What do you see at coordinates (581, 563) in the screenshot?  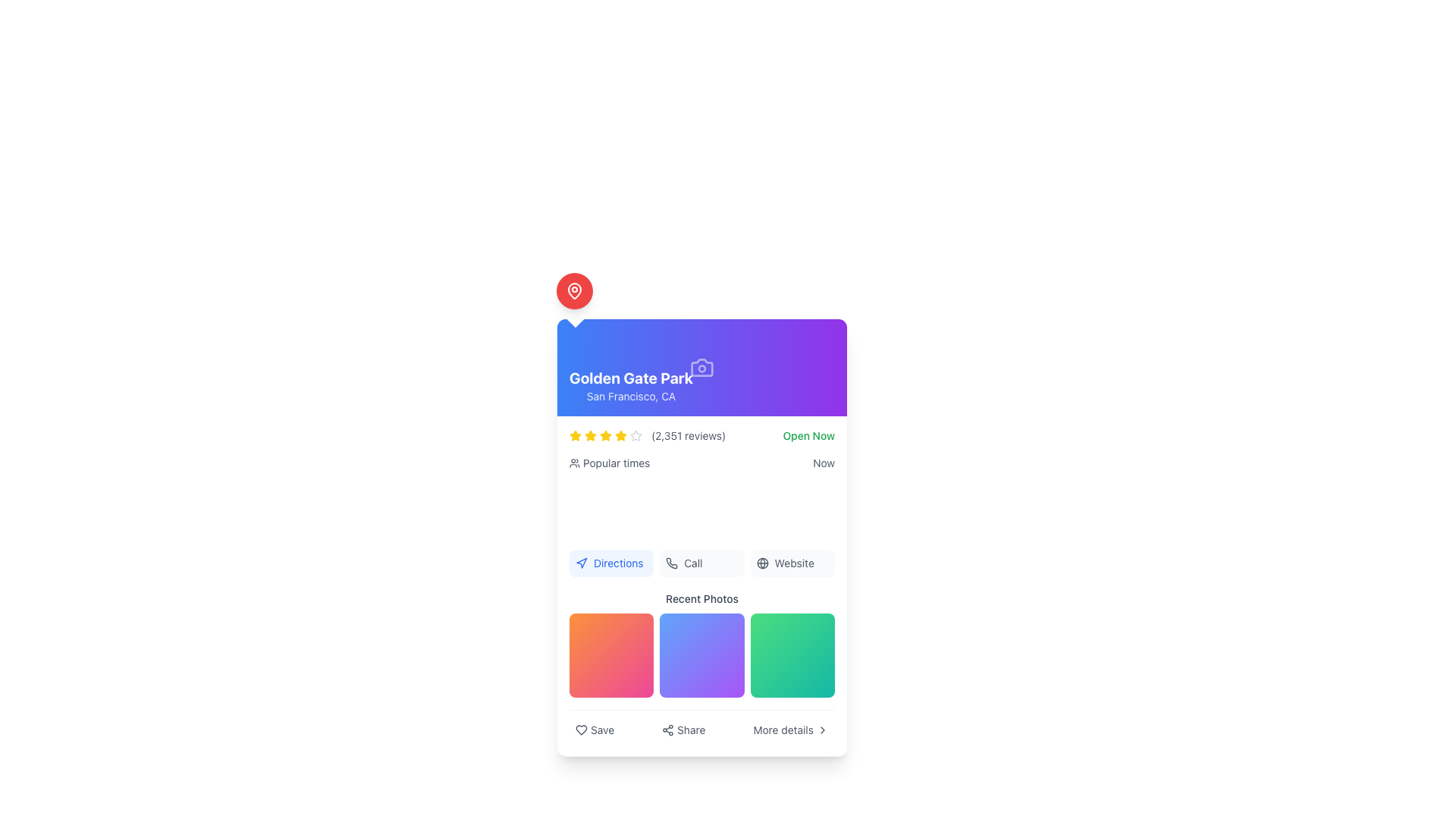 I see `the directional marker icon located in the top left corner of the card` at bounding box center [581, 563].